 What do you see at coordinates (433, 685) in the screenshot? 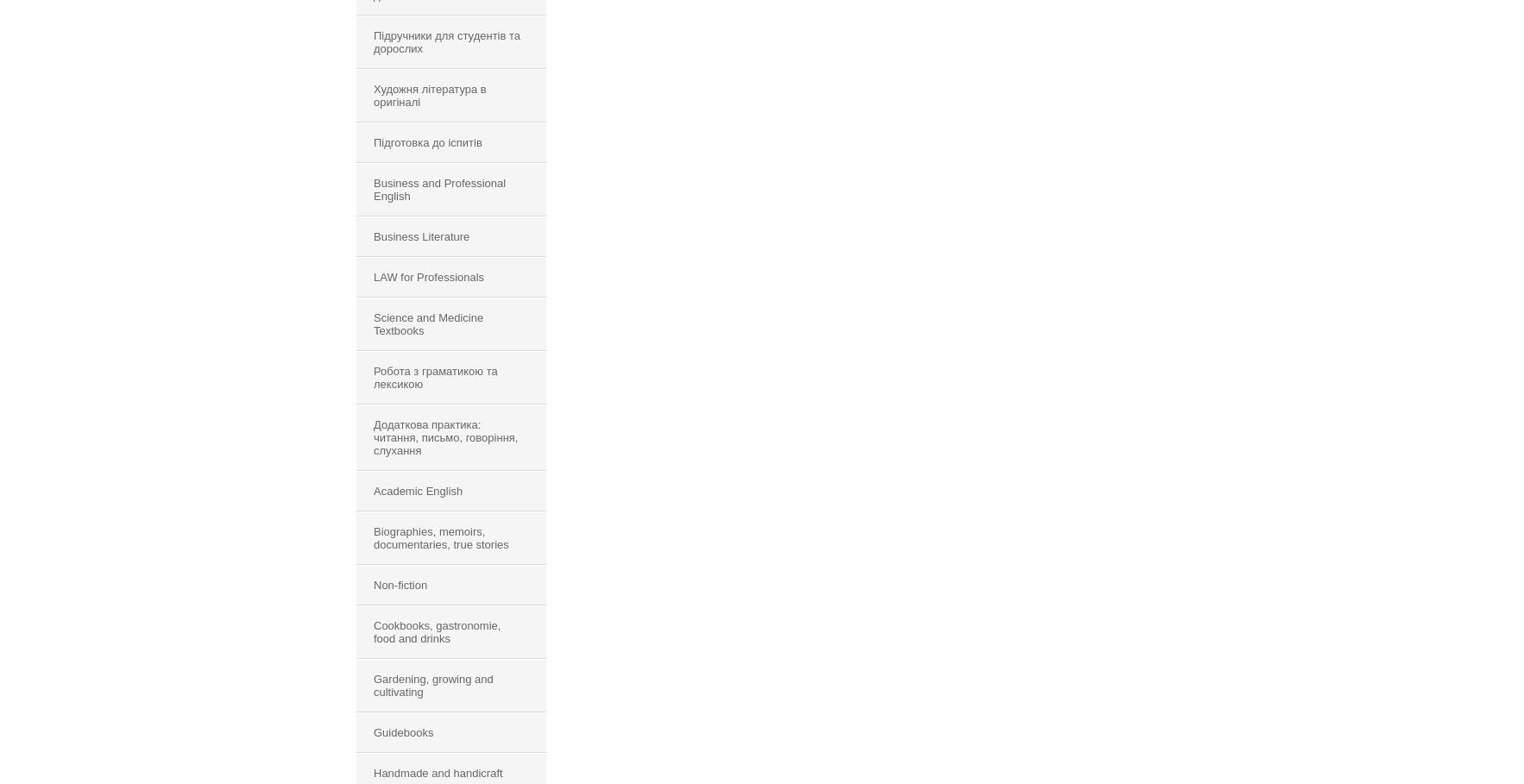
I see `'Gardening, growing and cultivating'` at bounding box center [433, 685].